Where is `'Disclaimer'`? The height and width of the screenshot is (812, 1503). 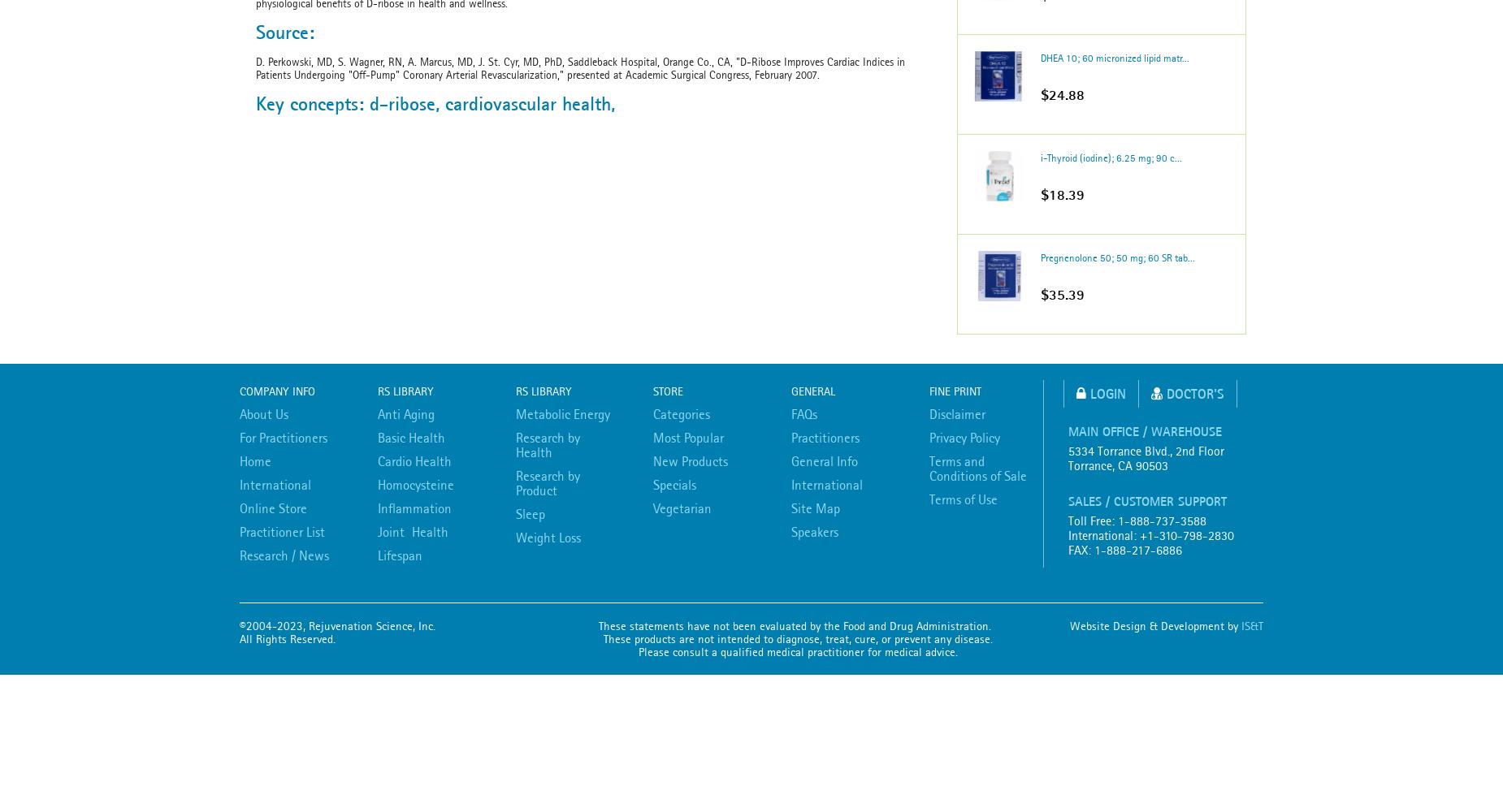 'Disclaimer' is located at coordinates (956, 414).